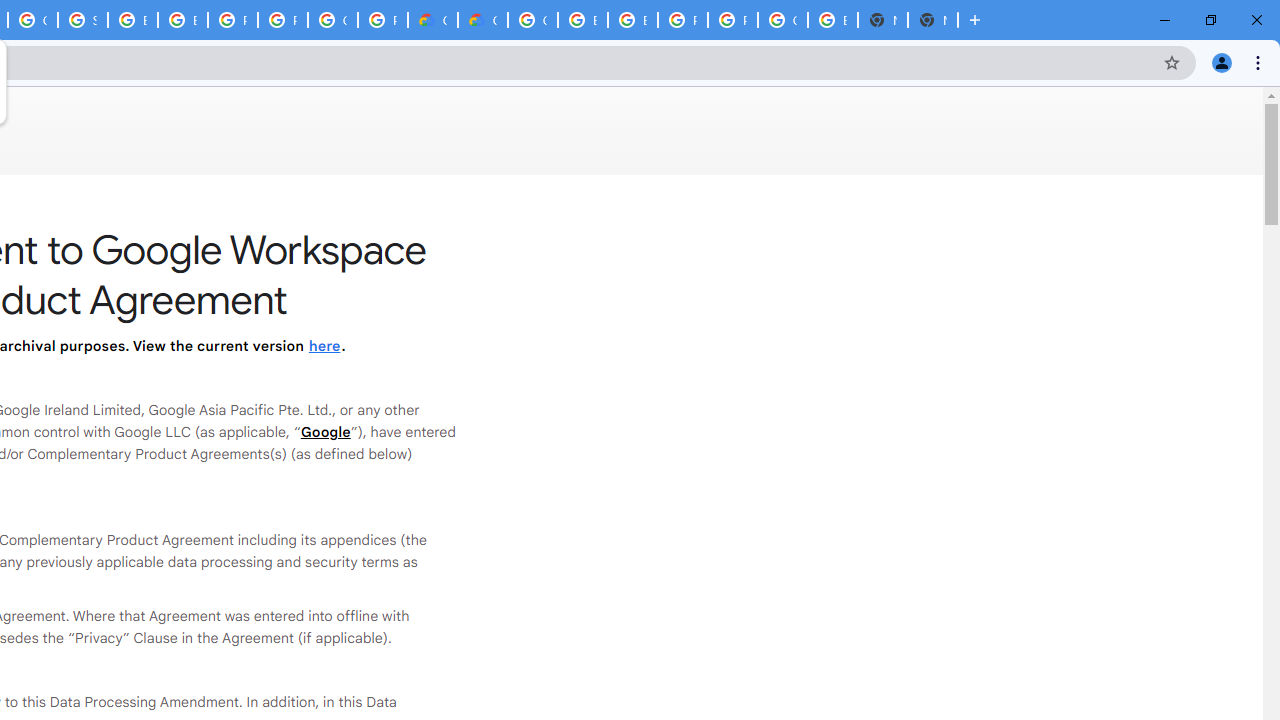 The height and width of the screenshot is (720, 1280). What do you see at coordinates (333, 20) in the screenshot?
I see `'Google Cloud Platform'` at bounding box center [333, 20].